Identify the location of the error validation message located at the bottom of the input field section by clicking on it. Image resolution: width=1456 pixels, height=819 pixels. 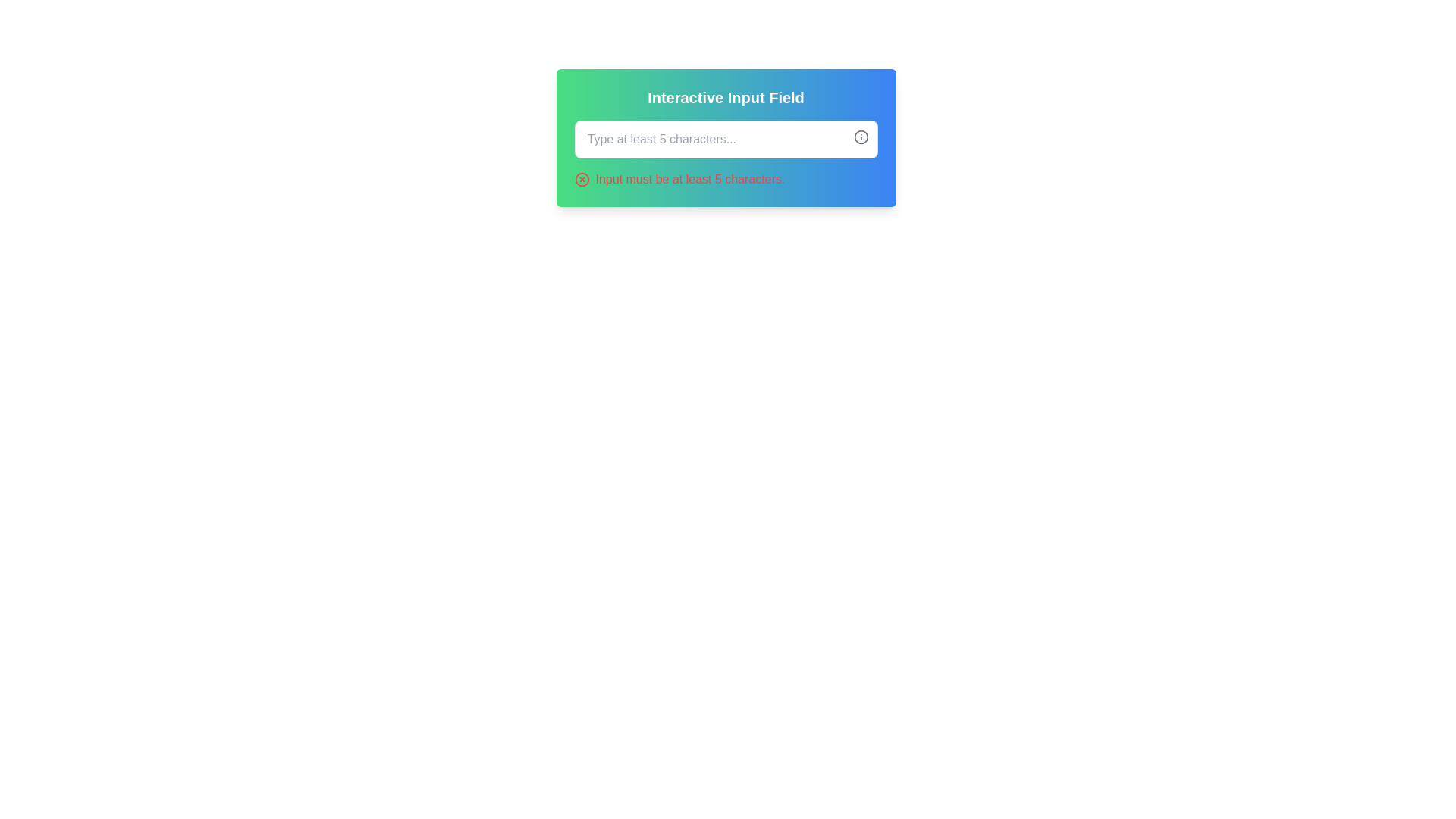
(725, 178).